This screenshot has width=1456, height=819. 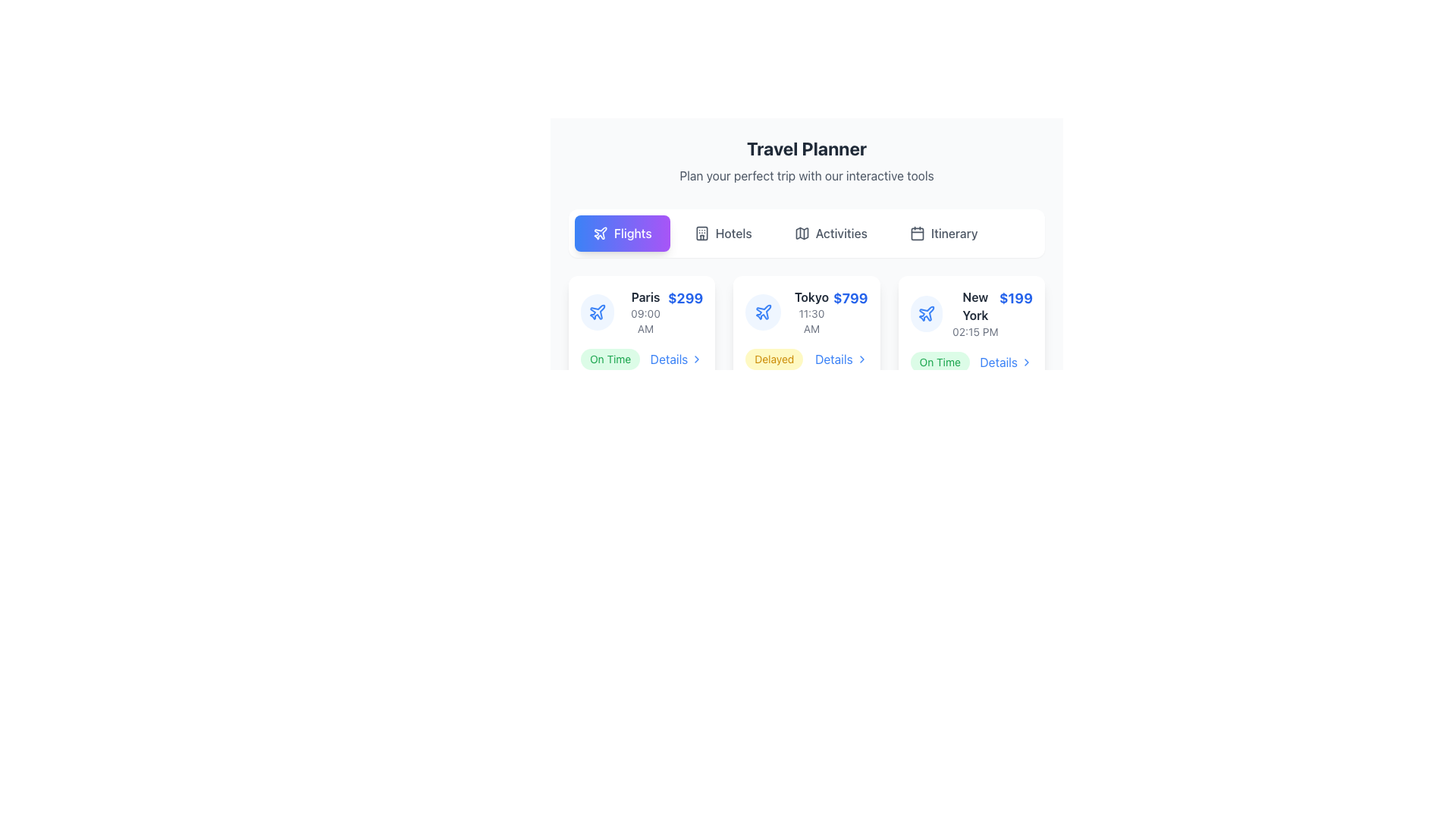 What do you see at coordinates (722, 234) in the screenshot?
I see `the 'Hotels' button, which is a horizontal rectangular button with rounded corners, white background, and gray text, located in the navigation bar` at bounding box center [722, 234].